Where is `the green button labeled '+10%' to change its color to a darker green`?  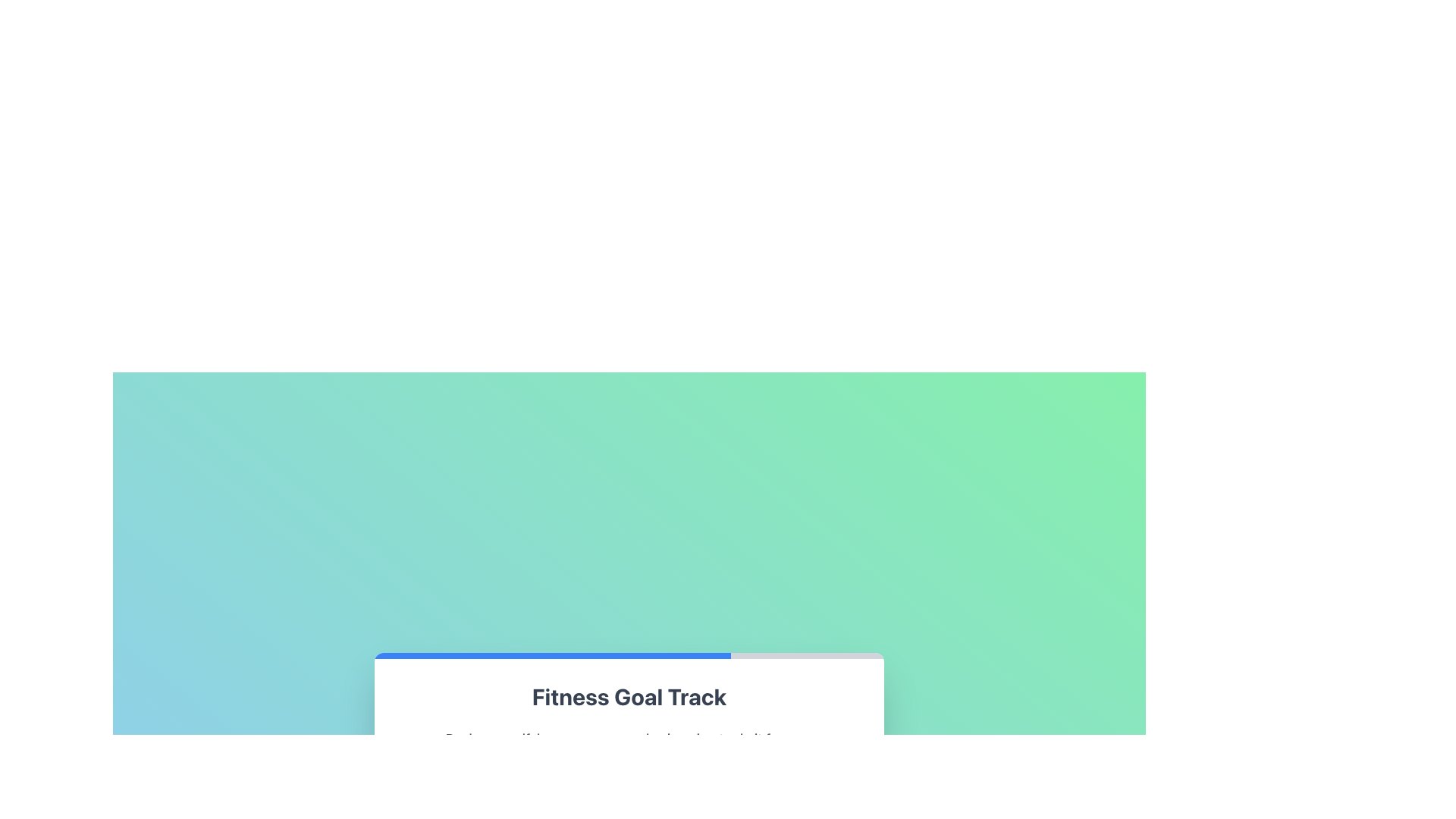 the green button labeled '+10%' to change its color to a darker green is located at coordinates (659, 777).